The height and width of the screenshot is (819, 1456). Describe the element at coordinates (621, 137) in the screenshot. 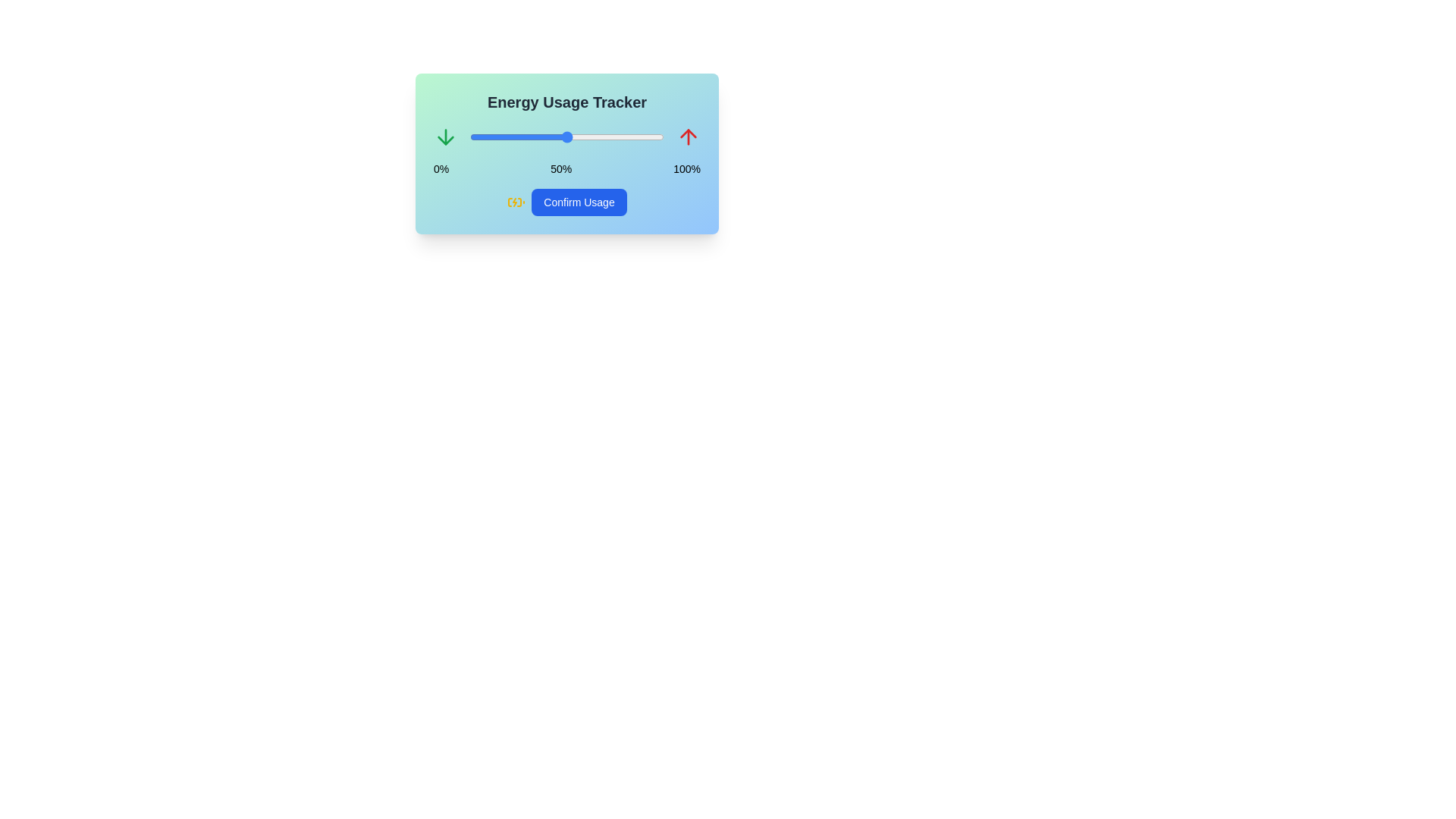

I see `the energy usage slider to 78%` at that location.